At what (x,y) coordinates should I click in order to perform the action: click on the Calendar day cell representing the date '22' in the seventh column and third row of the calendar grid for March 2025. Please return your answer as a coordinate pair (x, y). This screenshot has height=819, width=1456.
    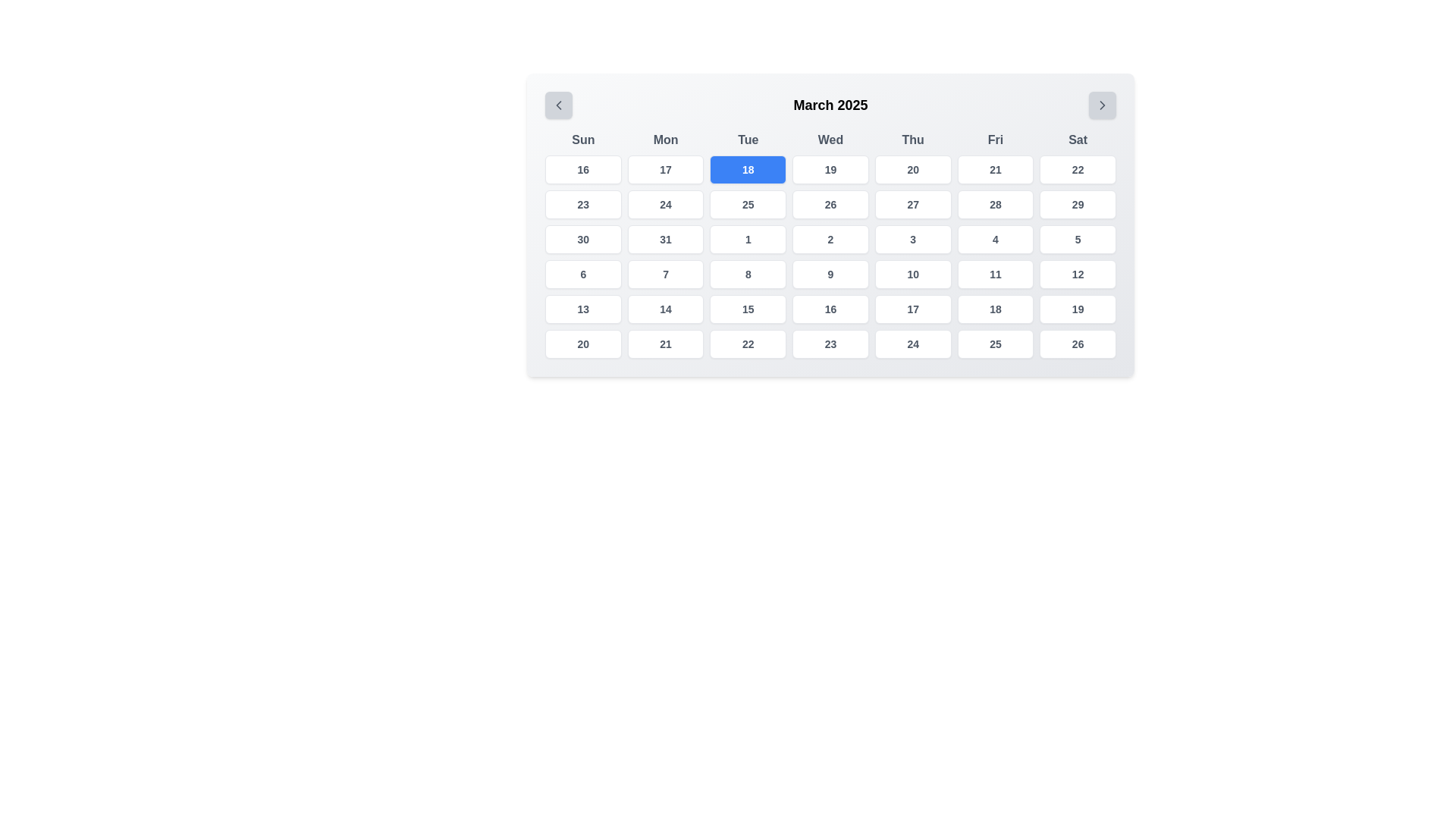
    Looking at the image, I should click on (1077, 169).